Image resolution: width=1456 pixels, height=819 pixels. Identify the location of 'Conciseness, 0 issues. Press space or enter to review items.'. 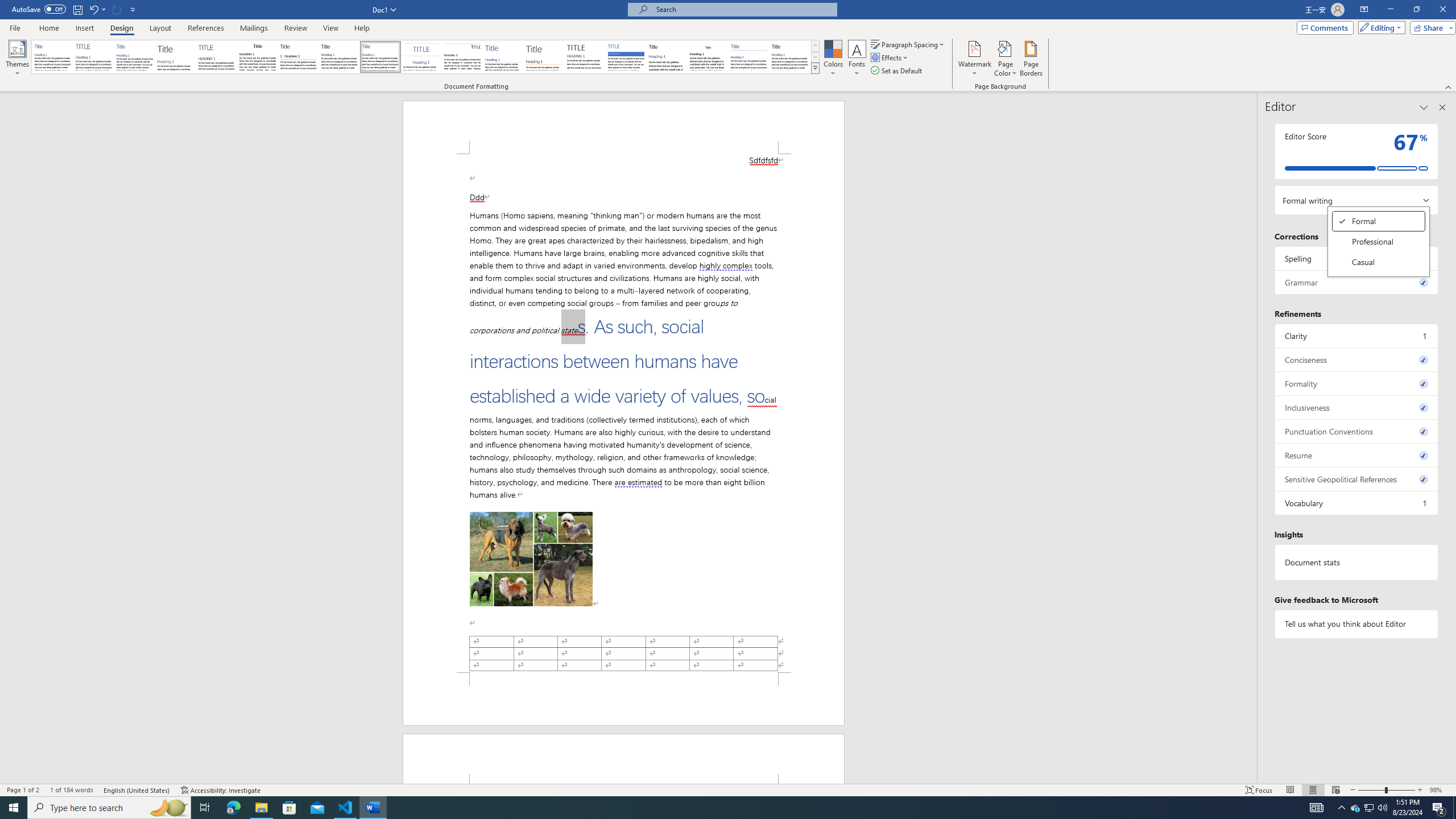
(1356, 359).